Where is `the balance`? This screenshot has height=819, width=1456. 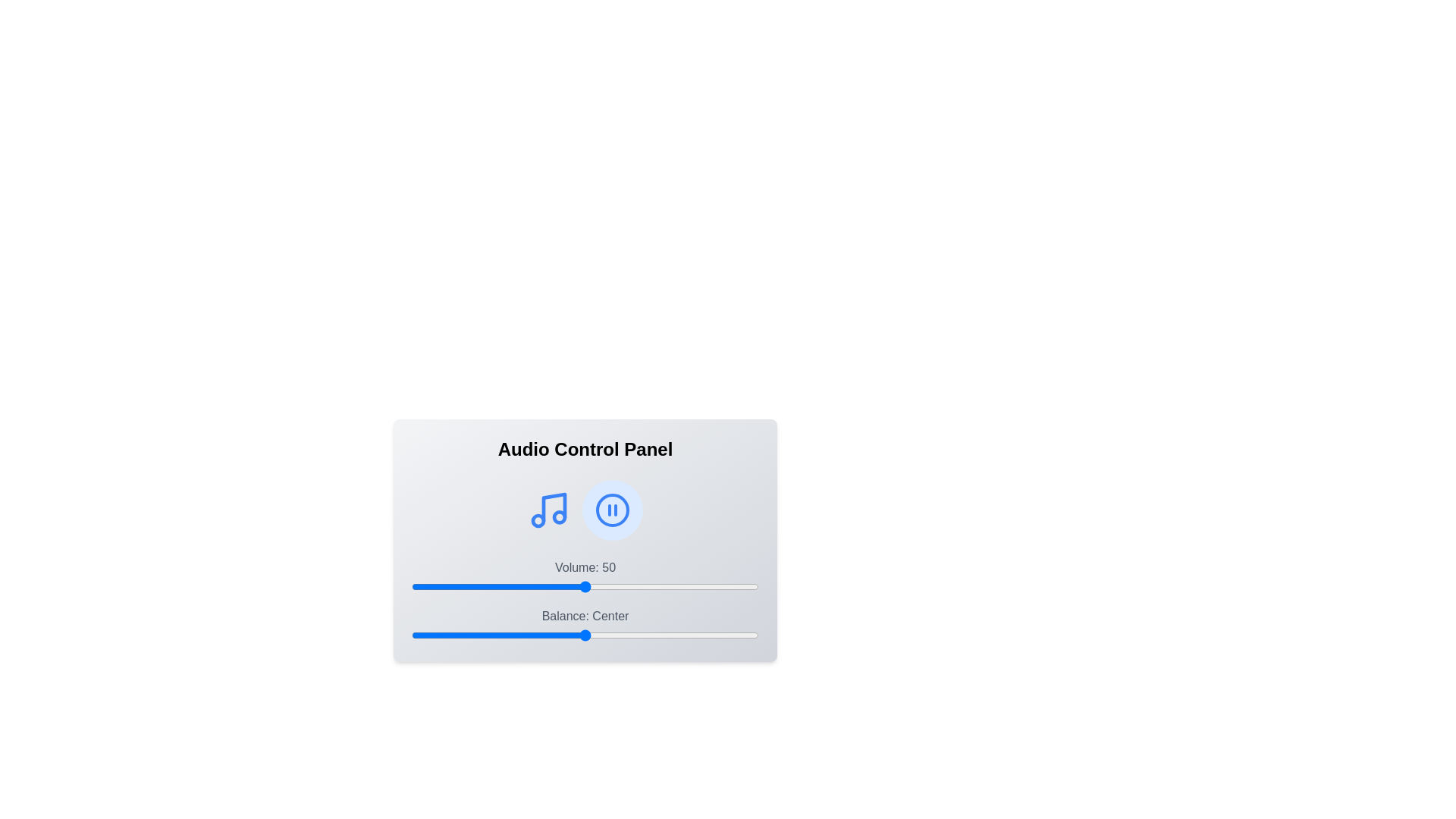
the balance is located at coordinates (623, 635).